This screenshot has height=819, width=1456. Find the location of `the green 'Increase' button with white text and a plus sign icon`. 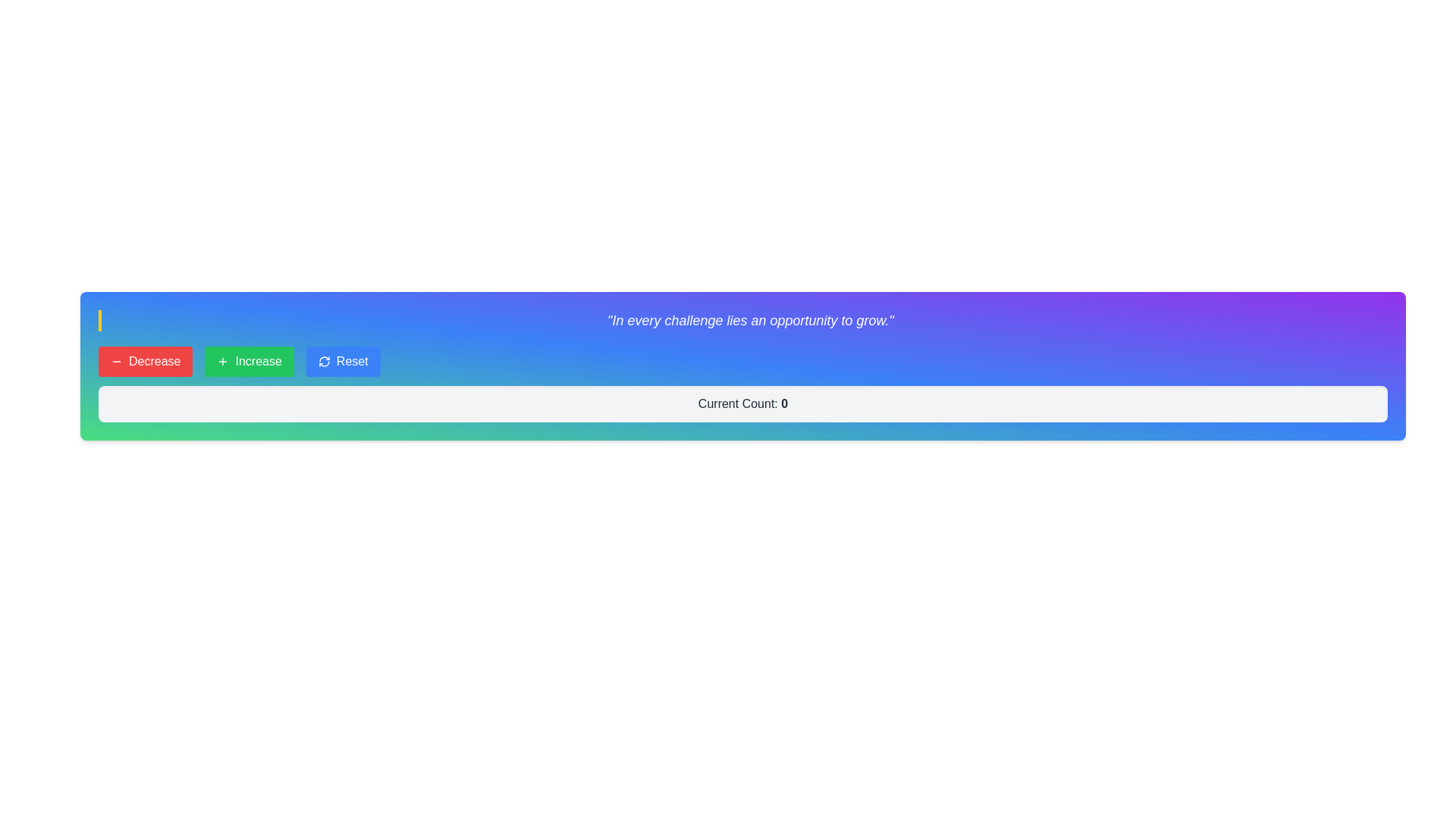

the green 'Increase' button with white text and a plus sign icon is located at coordinates (249, 362).